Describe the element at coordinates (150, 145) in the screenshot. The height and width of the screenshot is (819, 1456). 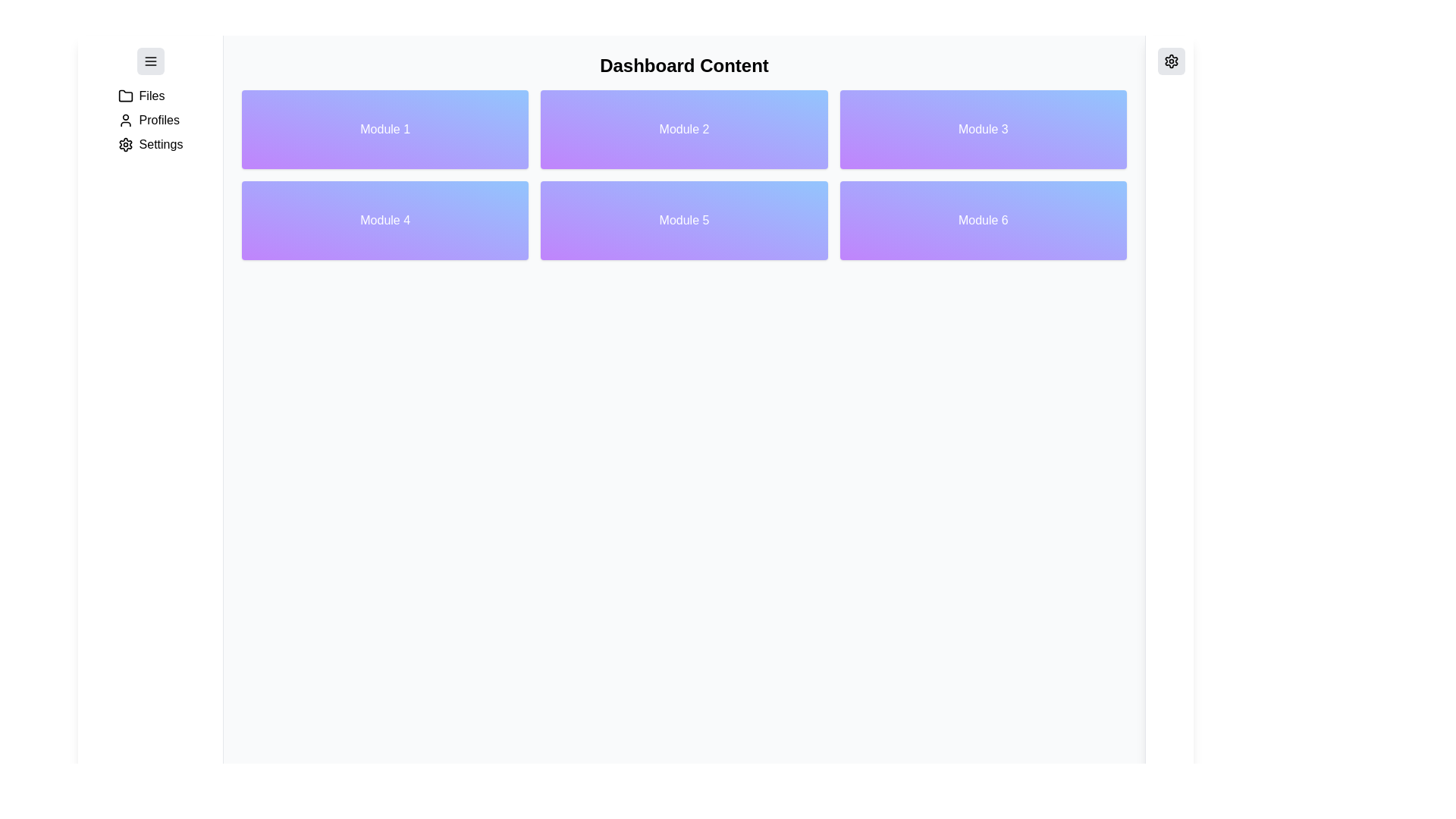
I see `the settings menu button located in the sidebar, which is the third entry in a vertical list after 'Files' and 'Profiles'` at that location.